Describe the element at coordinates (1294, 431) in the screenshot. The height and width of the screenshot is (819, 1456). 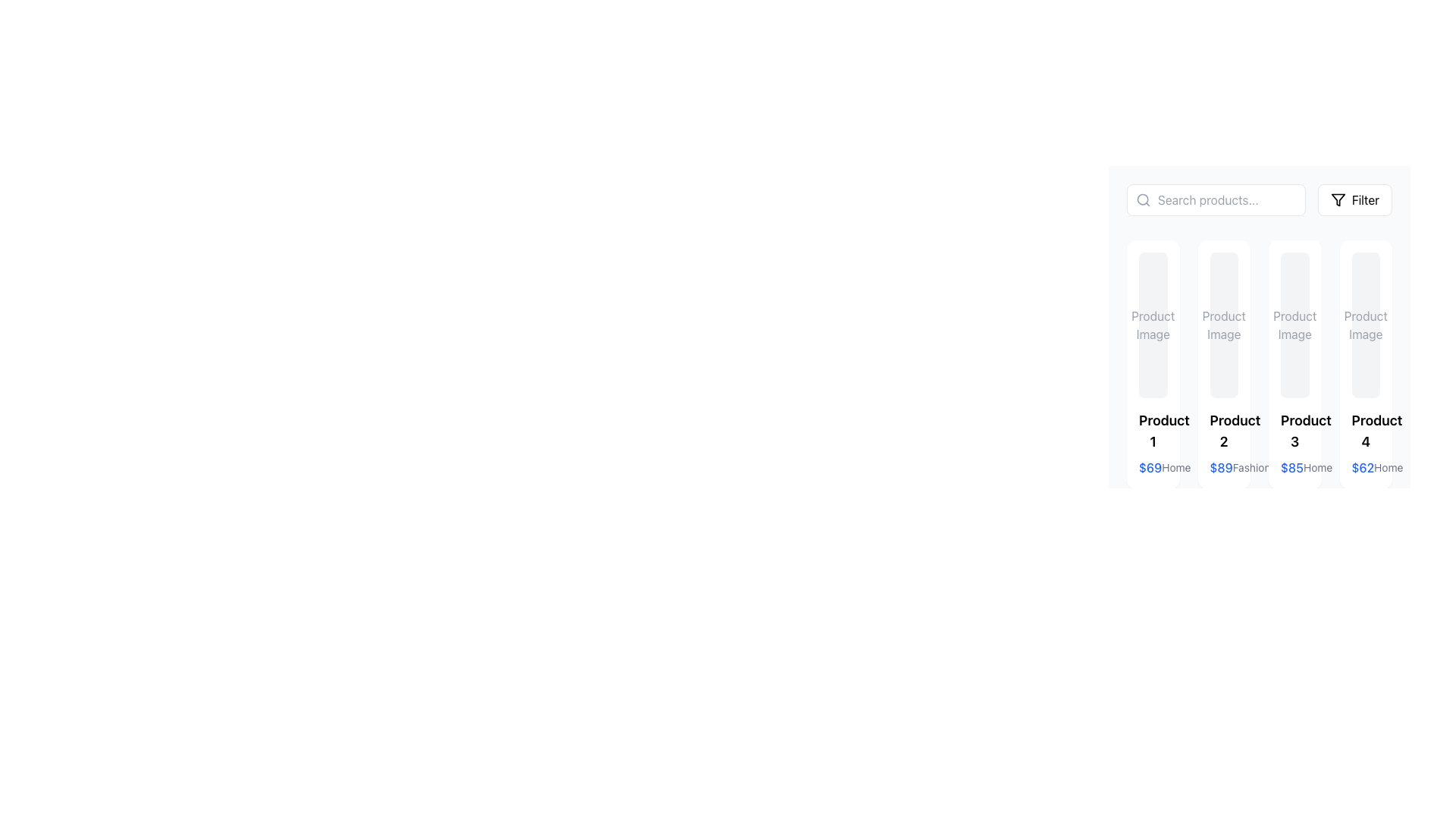
I see `the product title label for 'Product 3', which is located within its card layout, positioned below the product image and above the price information` at that location.